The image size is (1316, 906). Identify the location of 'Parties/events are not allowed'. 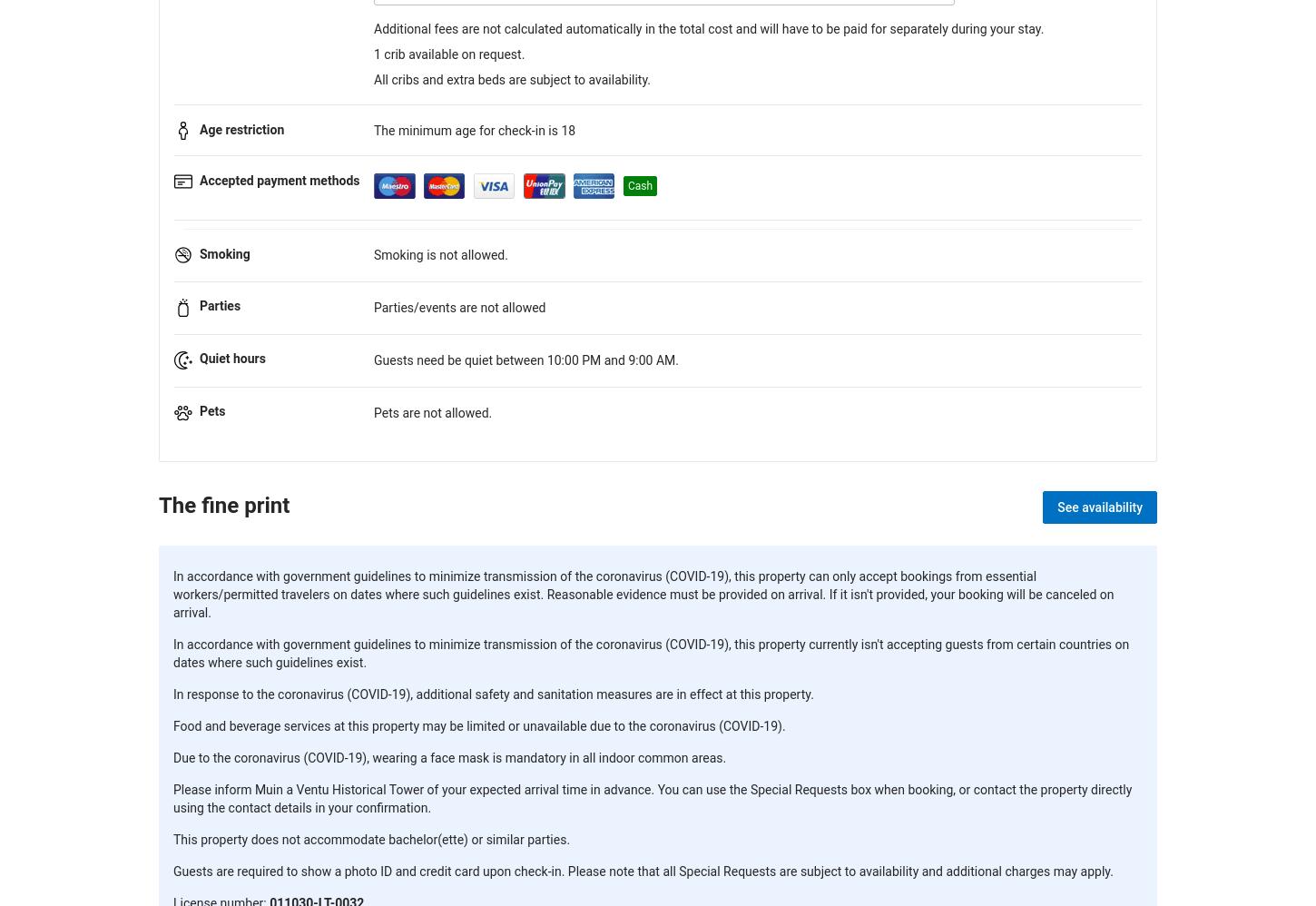
(459, 308).